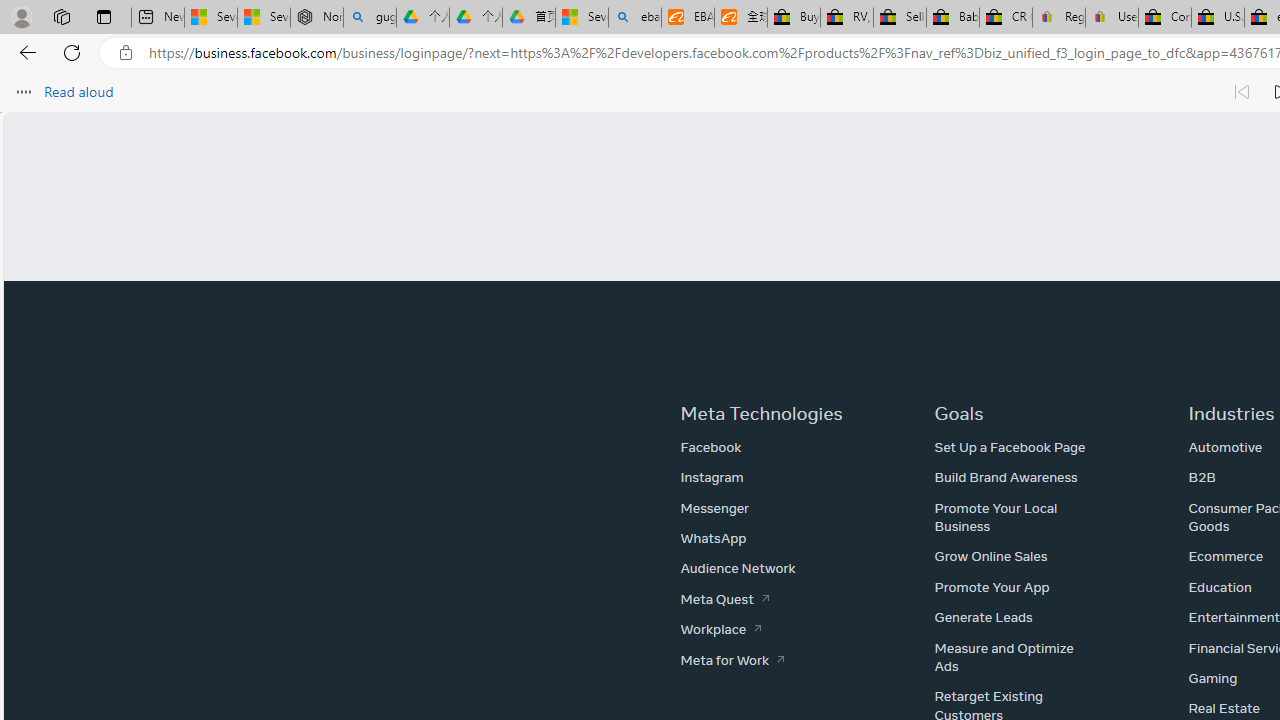  I want to click on 'Grow Online Sales', so click(991, 556).